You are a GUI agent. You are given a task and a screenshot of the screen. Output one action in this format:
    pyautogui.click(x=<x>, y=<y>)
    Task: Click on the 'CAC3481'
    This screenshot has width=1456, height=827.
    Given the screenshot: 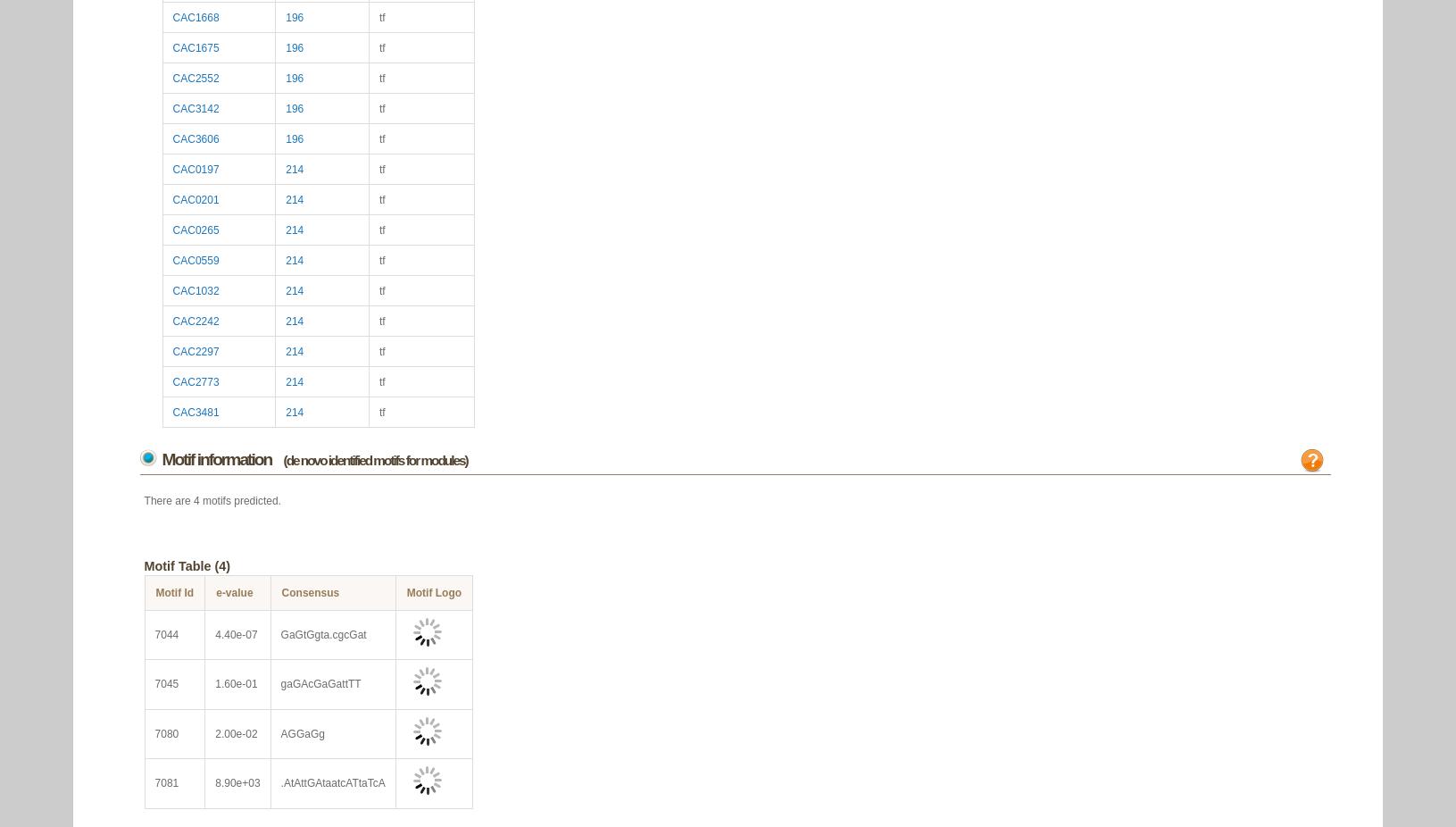 What is the action you would take?
    pyautogui.click(x=196, y=411)
    